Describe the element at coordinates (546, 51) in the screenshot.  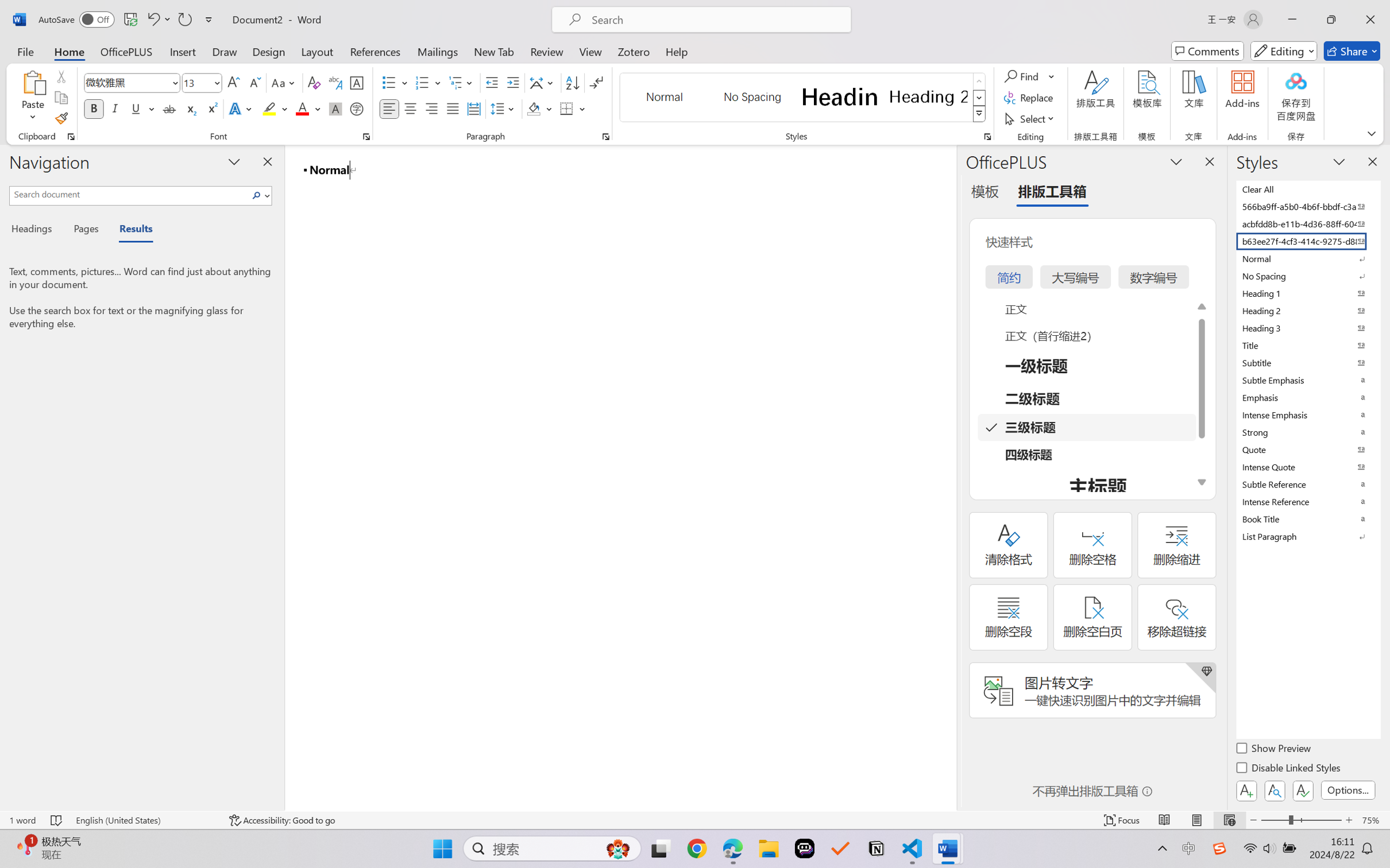
I see `'Review'` at that location.